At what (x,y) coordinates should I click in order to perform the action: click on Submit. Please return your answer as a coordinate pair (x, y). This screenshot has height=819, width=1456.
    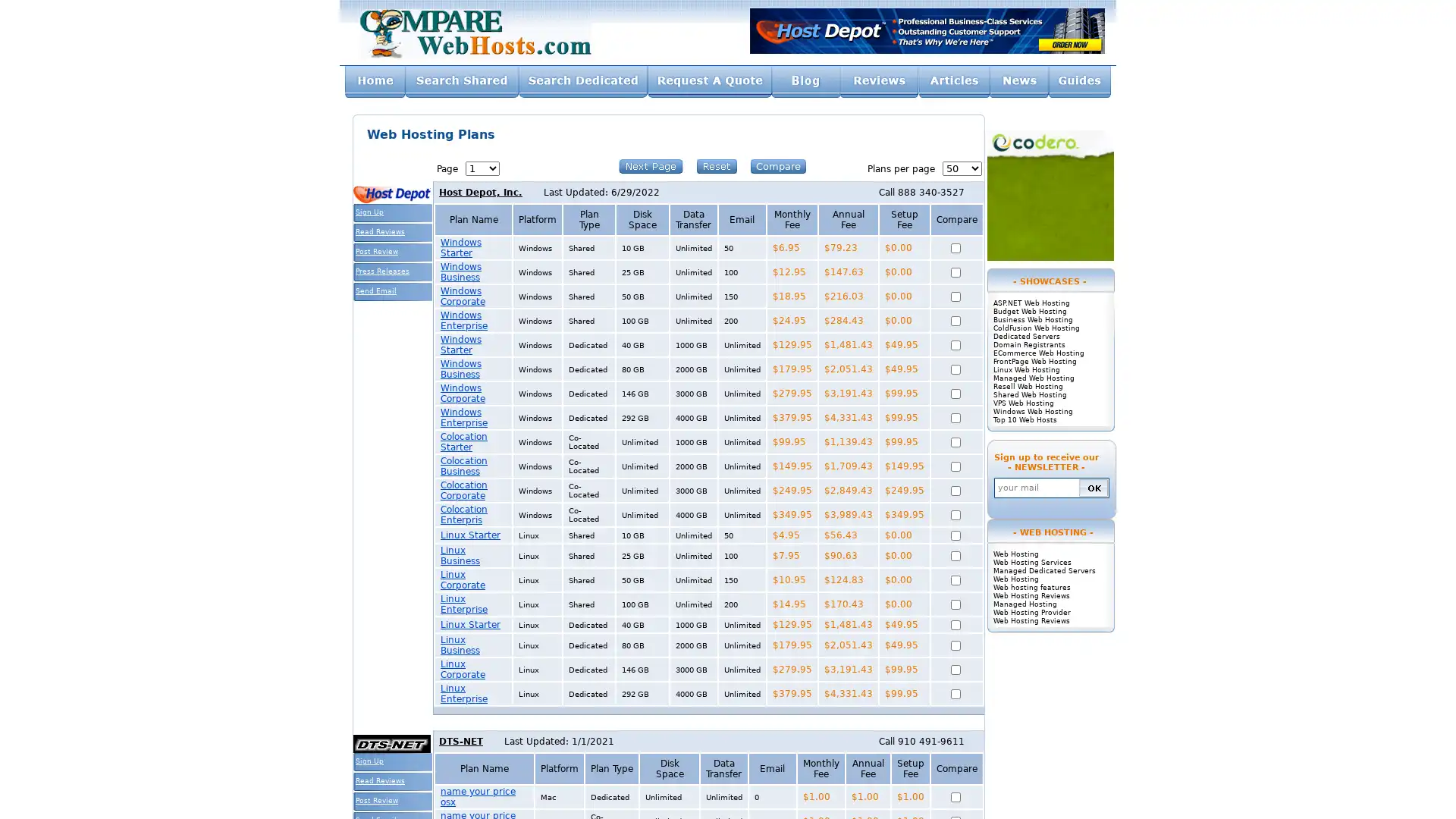
    Looking at the image, I should click on (1093, 487).